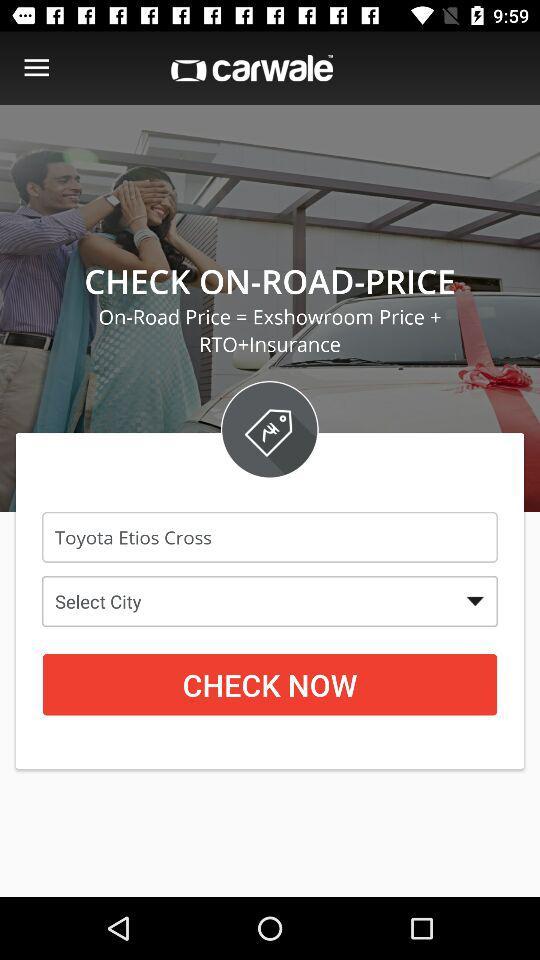  Describe the element at coordinates (36, 68) in the screenshot. I see `more` at that location.